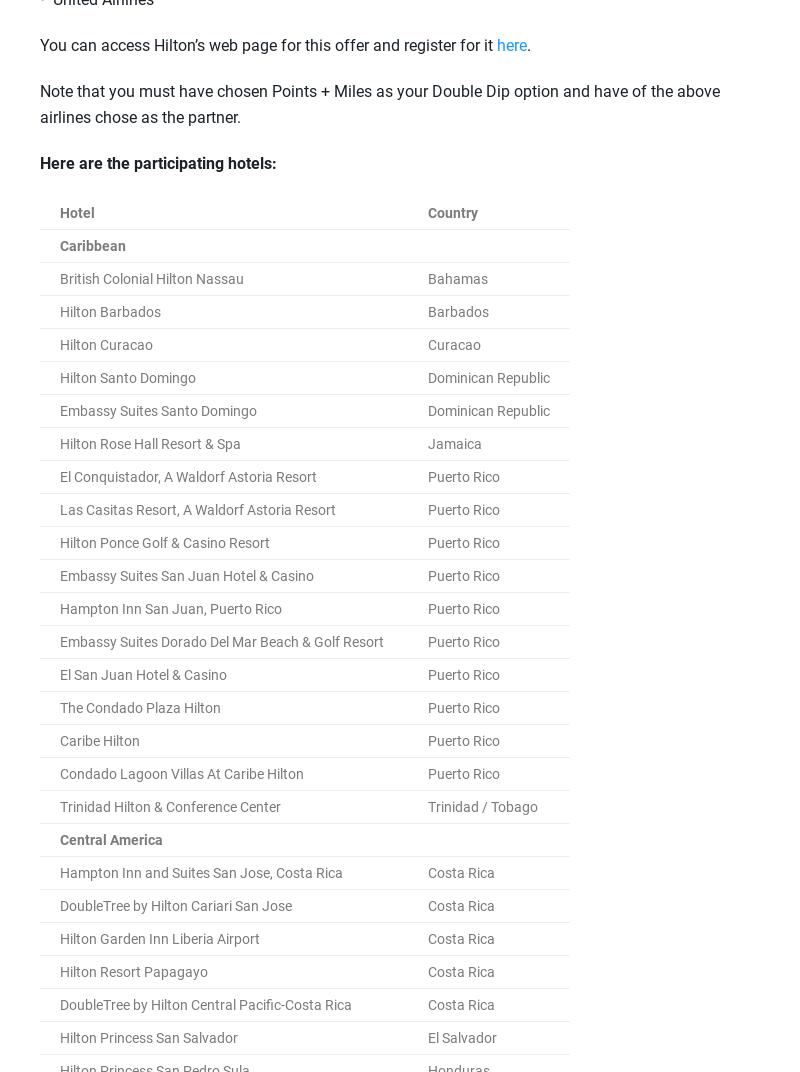  I want to click on 'Curacao', so click(453, 344).